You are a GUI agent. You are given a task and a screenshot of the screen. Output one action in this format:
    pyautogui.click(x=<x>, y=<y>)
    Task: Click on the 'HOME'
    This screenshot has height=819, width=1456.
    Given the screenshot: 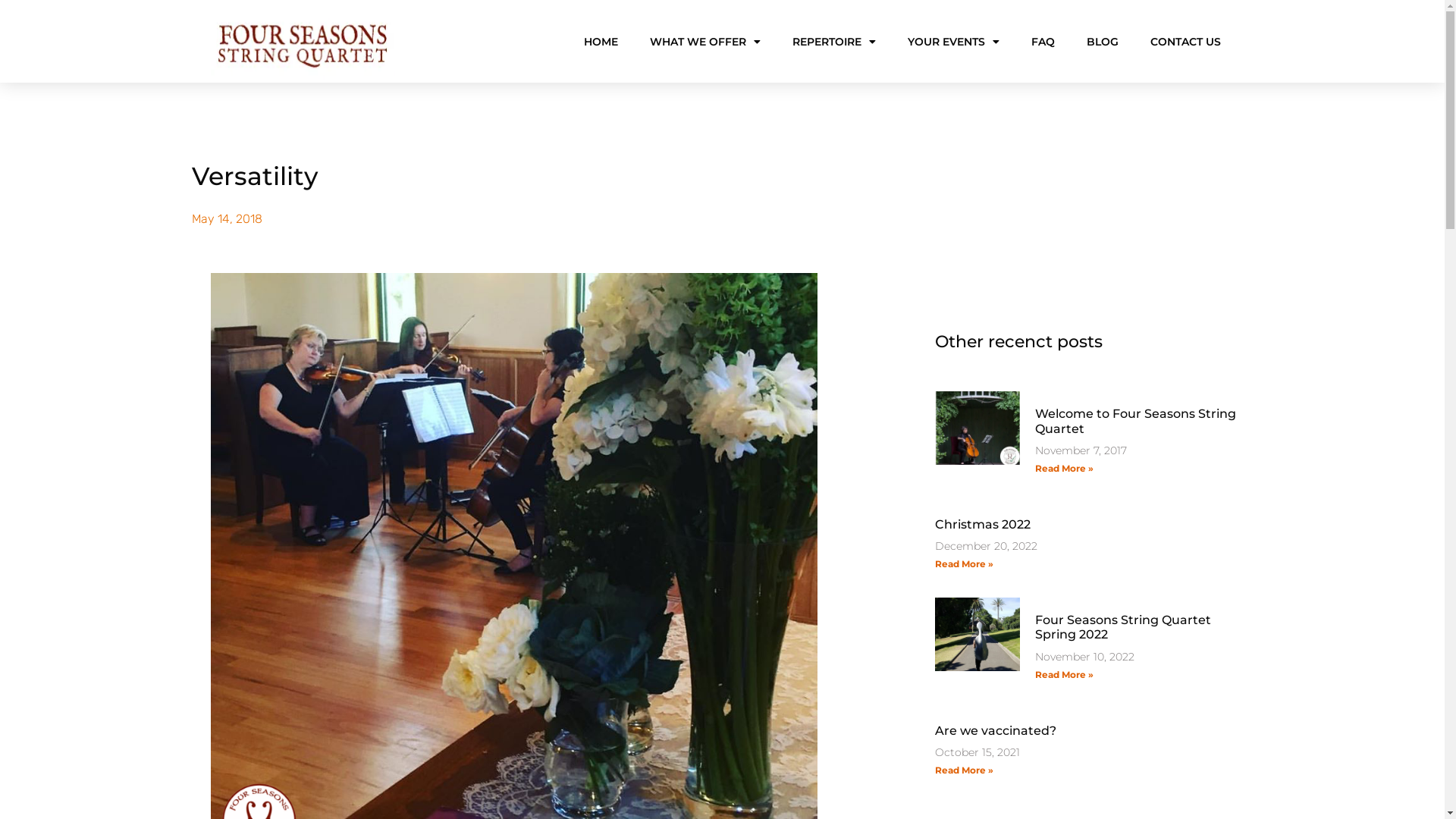 What is the action you would take?
    pyautogui.click(x=600, y=40)
    